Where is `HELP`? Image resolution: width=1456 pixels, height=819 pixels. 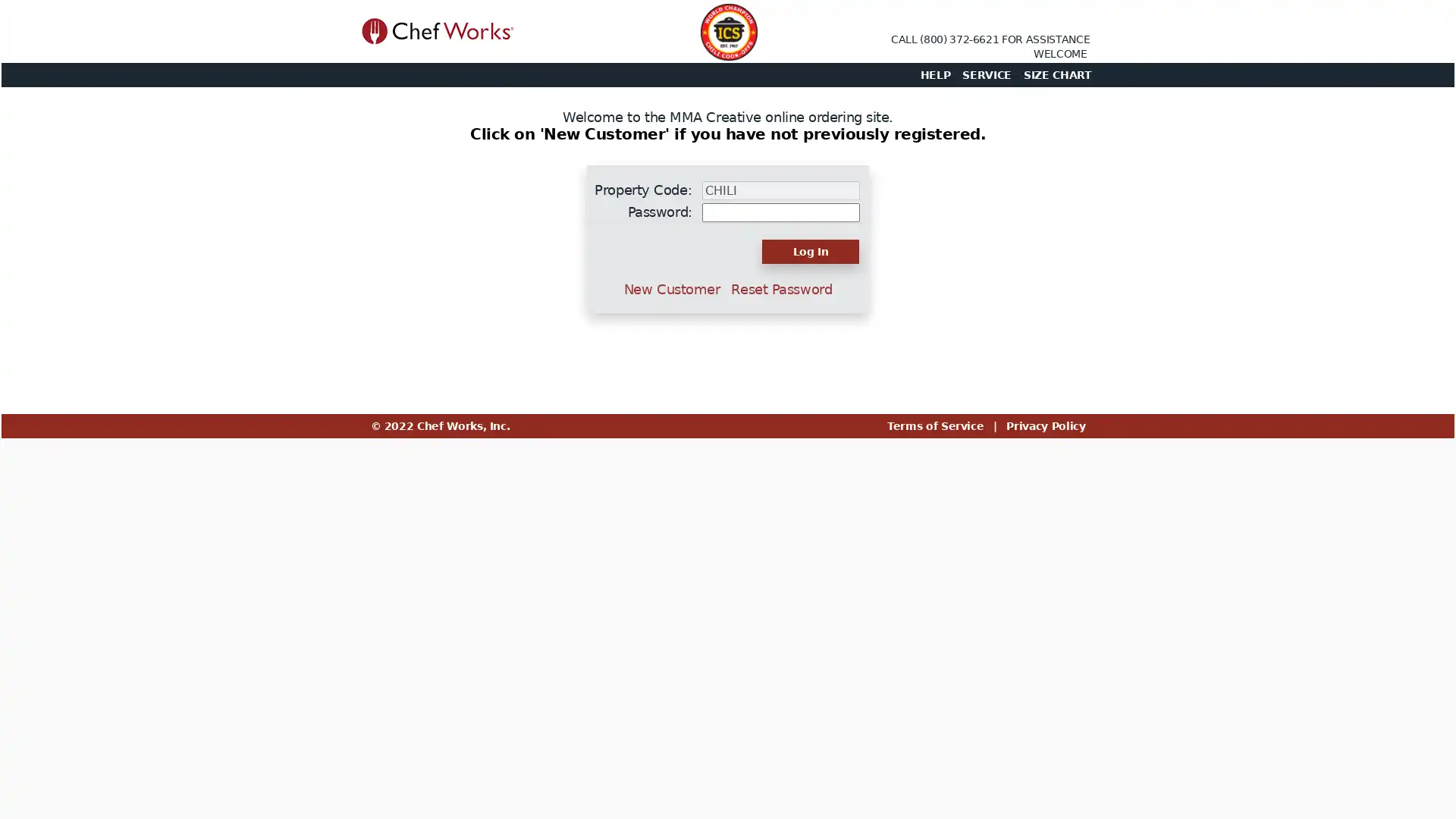
HELP is located at coordinates (934, 75).